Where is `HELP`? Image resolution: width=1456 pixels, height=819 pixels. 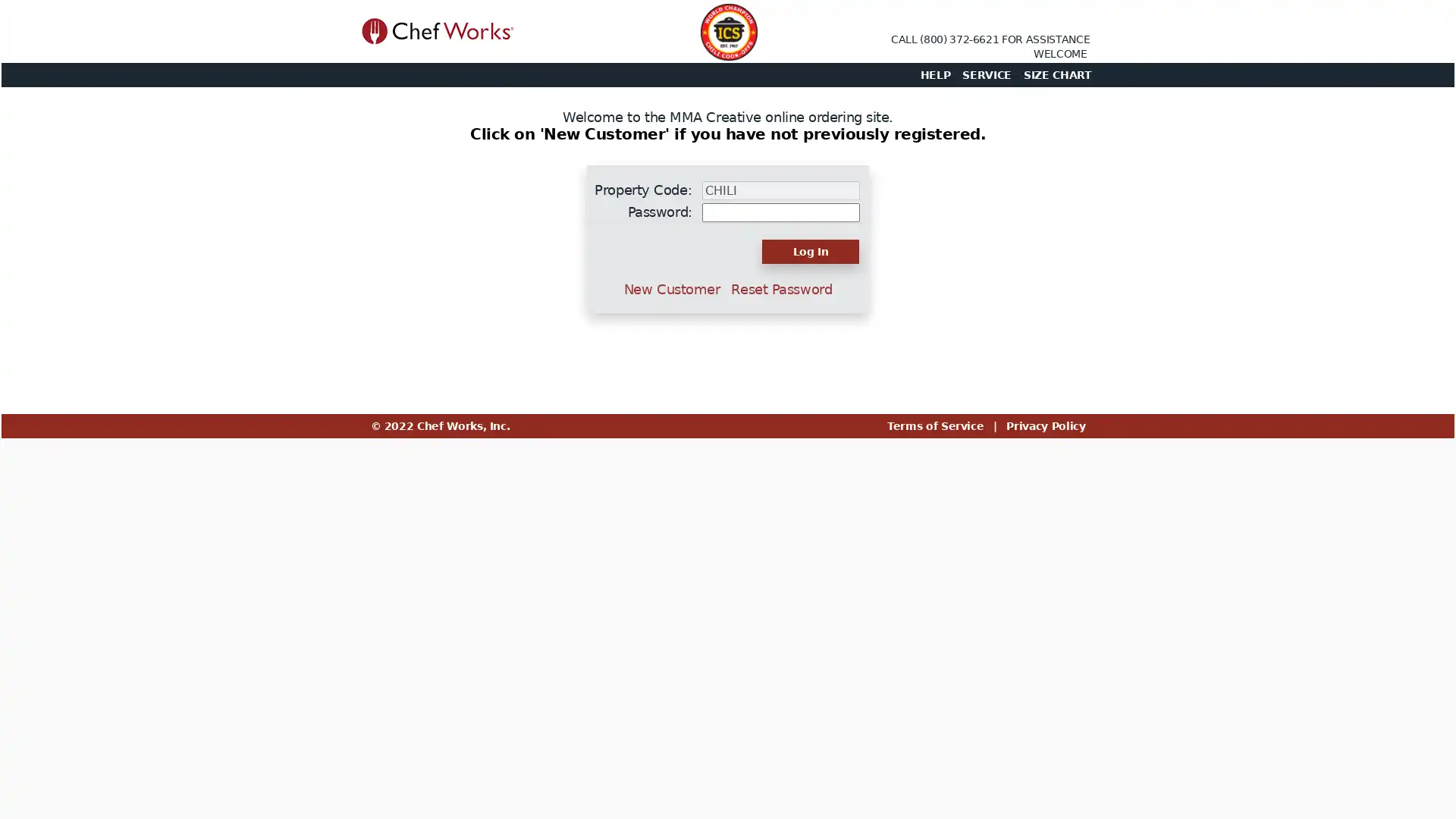
HELP is located at coordinates (934, 75).